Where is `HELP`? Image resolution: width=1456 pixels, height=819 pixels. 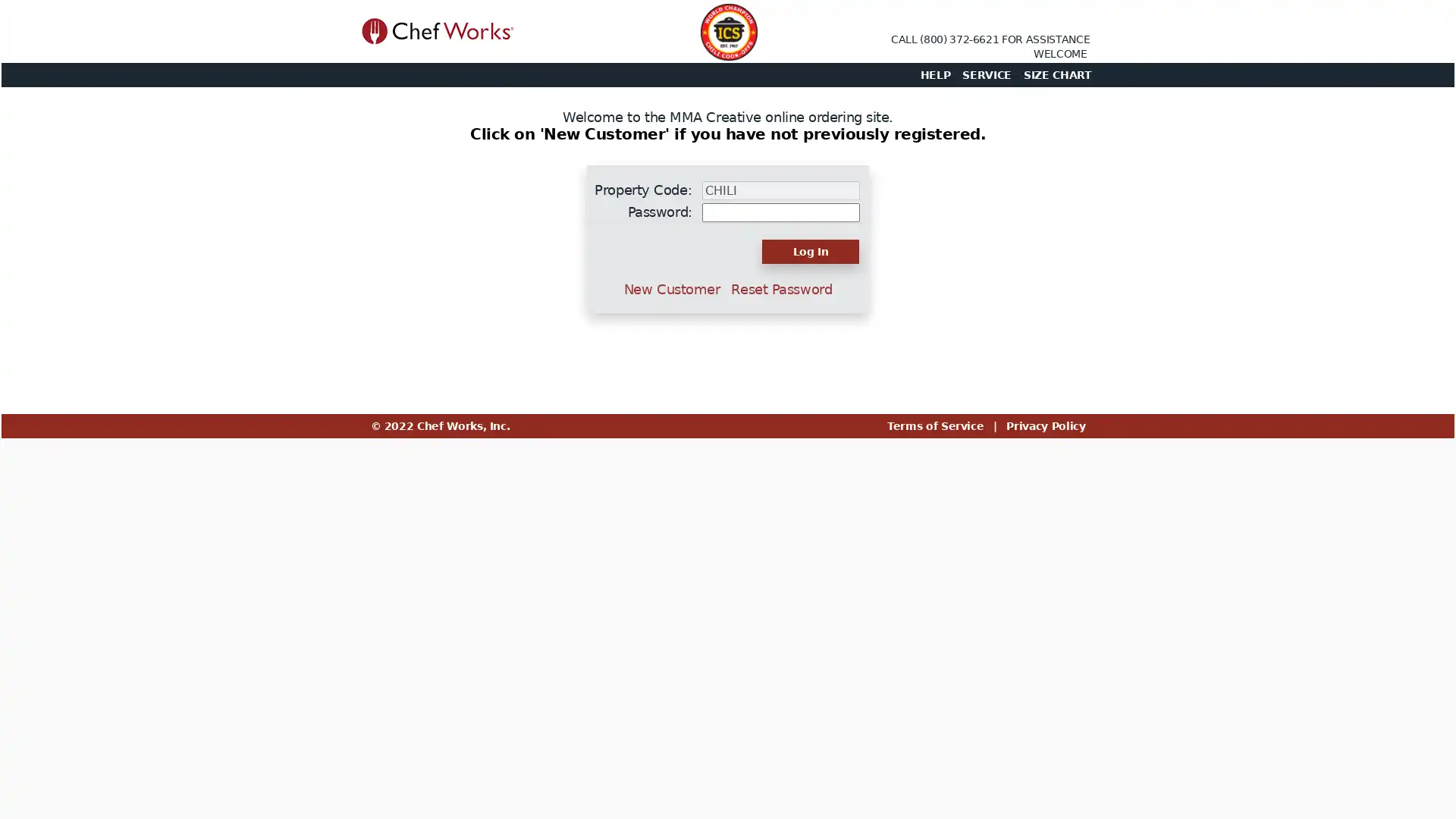
HELP is located at coordinates (934, 75).